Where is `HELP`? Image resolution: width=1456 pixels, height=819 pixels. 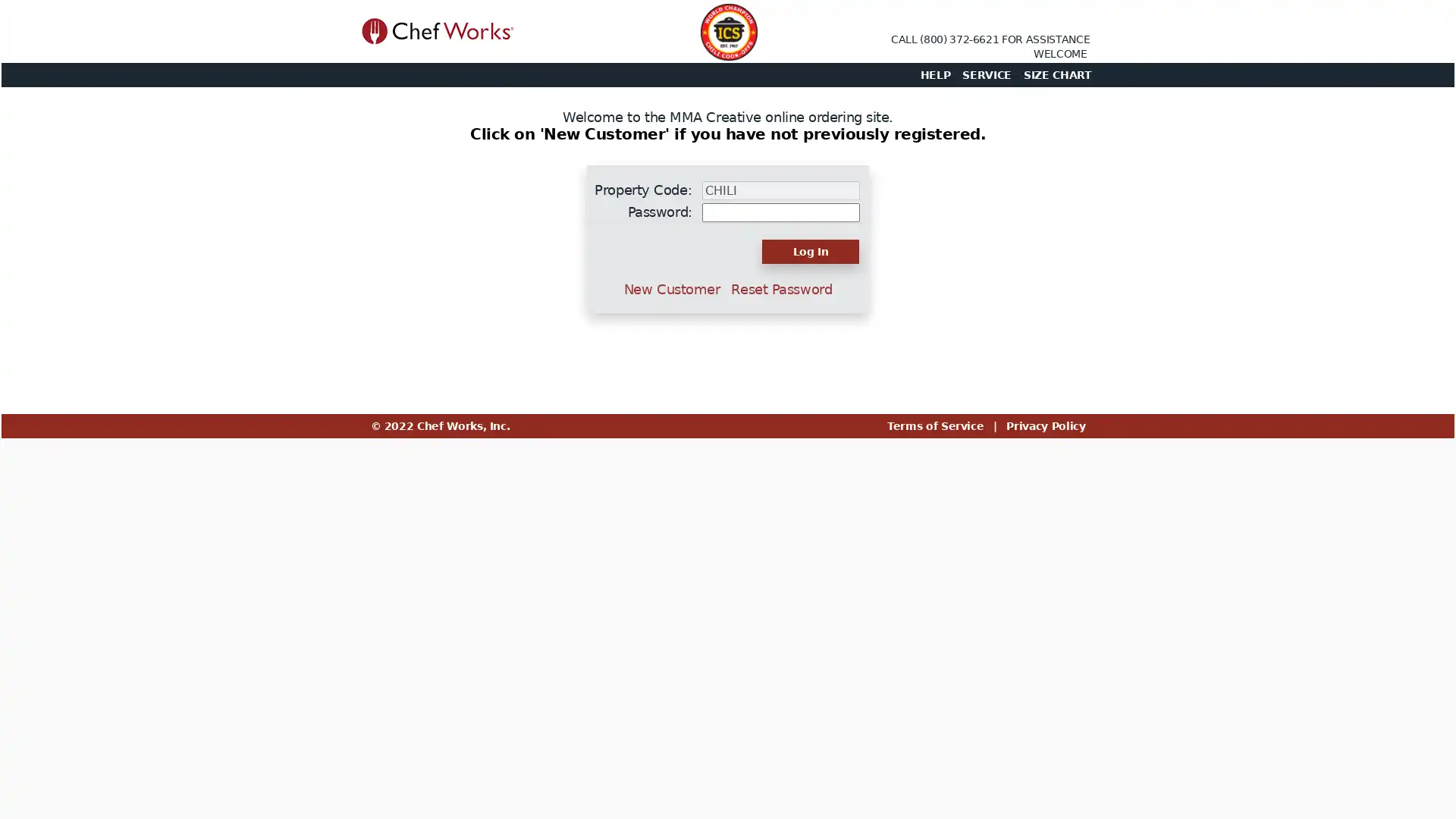
HELP is located at coordinates (934, 75).